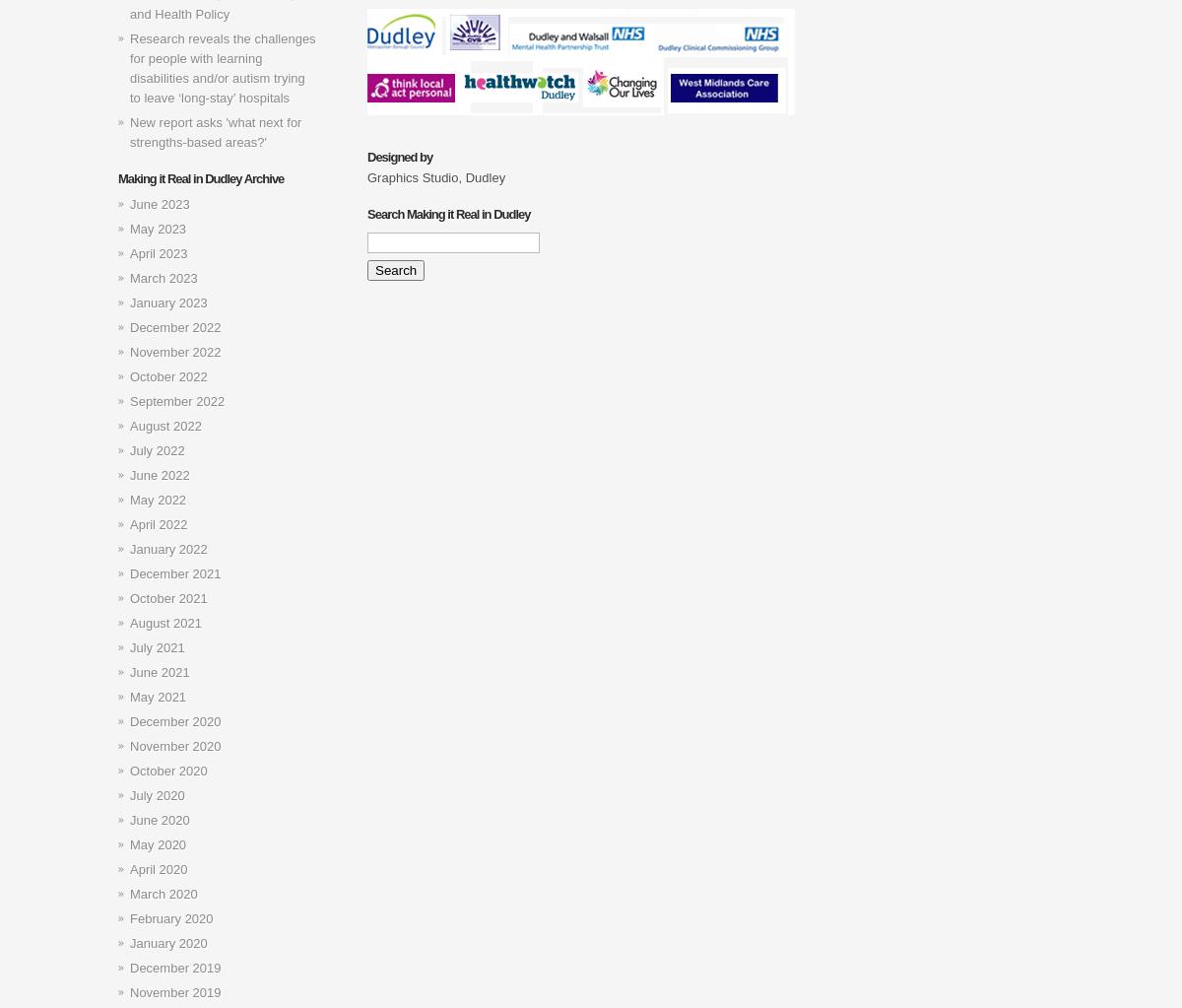  What do you see at coordinates (158, 523) in the screenshot?
I see `'April 2022'` at bounding box center [158, 523].